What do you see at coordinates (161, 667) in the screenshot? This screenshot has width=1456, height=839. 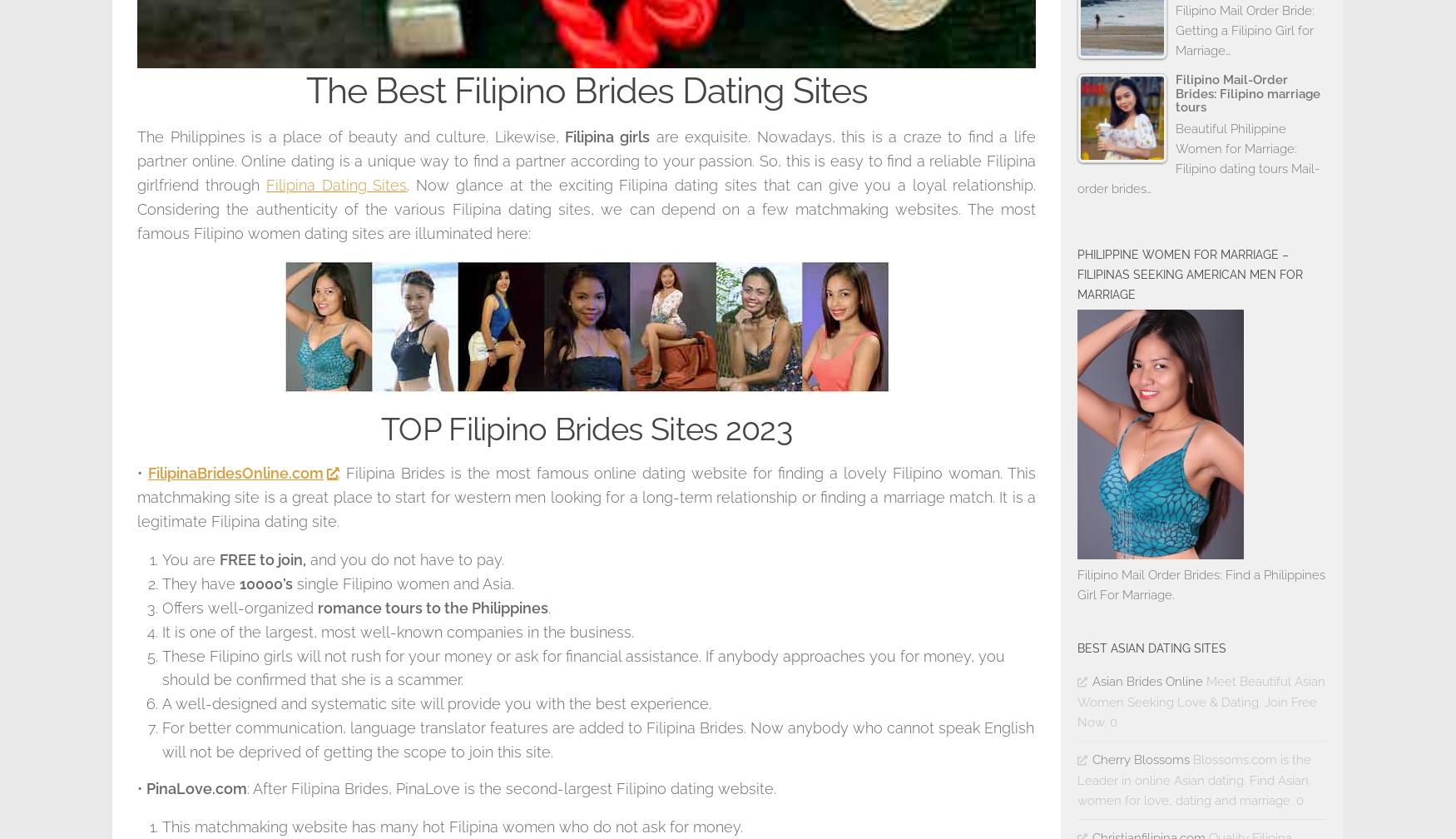 I see `'These Filipino girls will not rush for your money or ask for financial assistance. If anybody approaches you for money, you should be confirmed that she is a scammer.'` at bounding box center [161, 667].